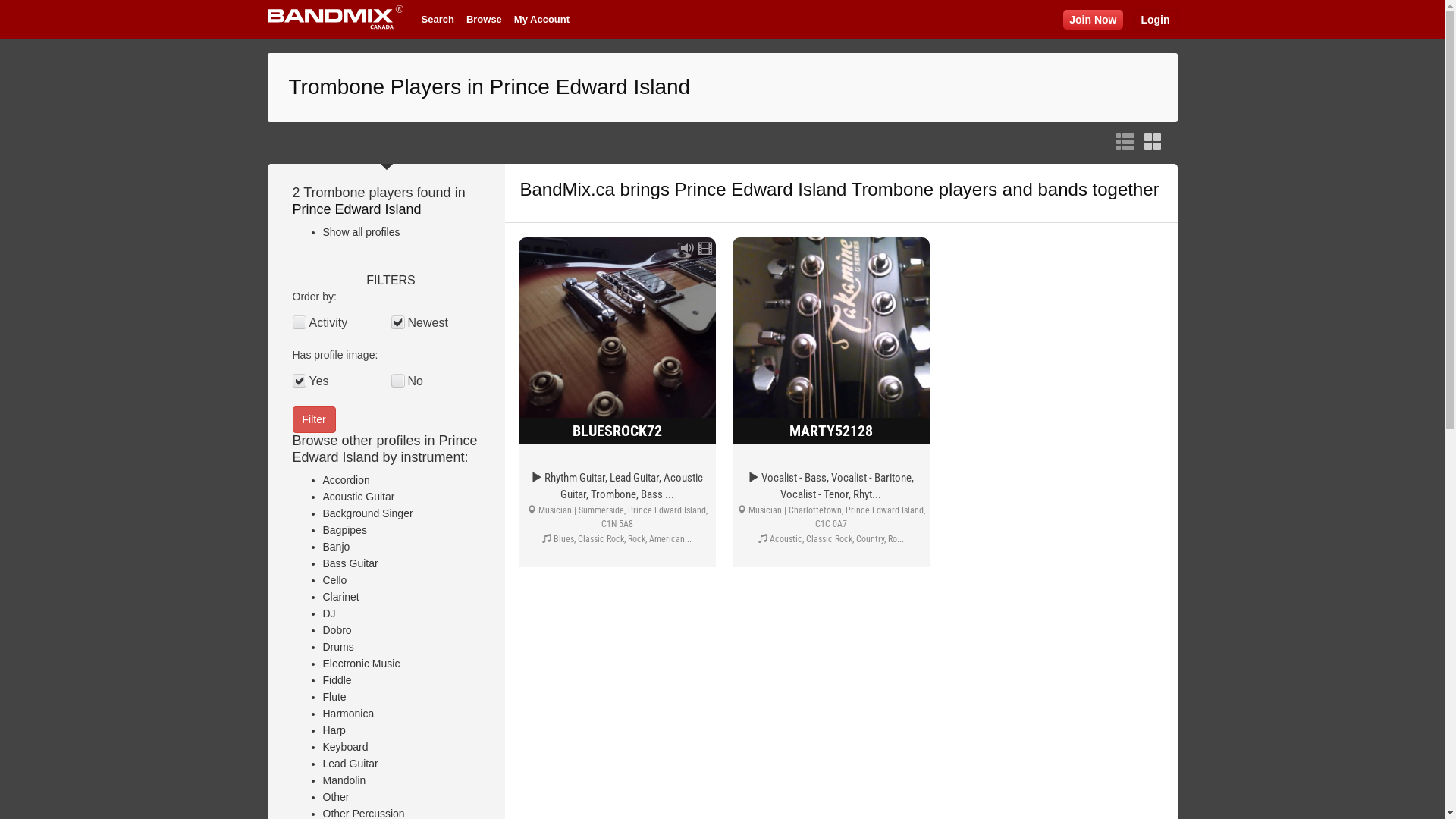 The height and width of the screenshot is (819, 1456). What do you see at coordinates (1153, 20) in the screenshot?
I see `'Login'` at bounding box center [1153, 20].